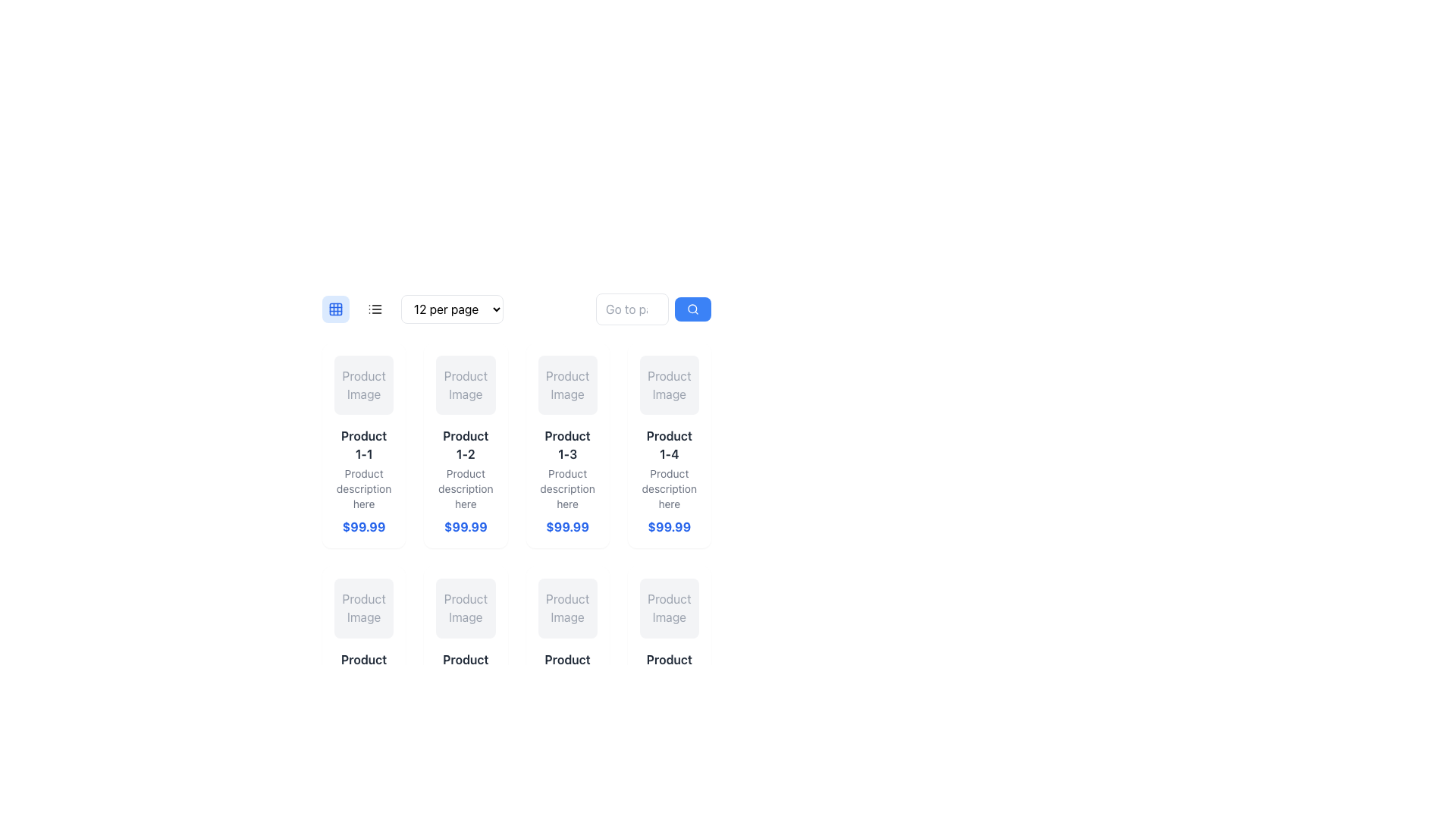 This screenshot has width=1456, height=819. I want to click on product title text label located in the fourth product card of the last row in the product grid, positioned above the product description and price, so click(668, 667).